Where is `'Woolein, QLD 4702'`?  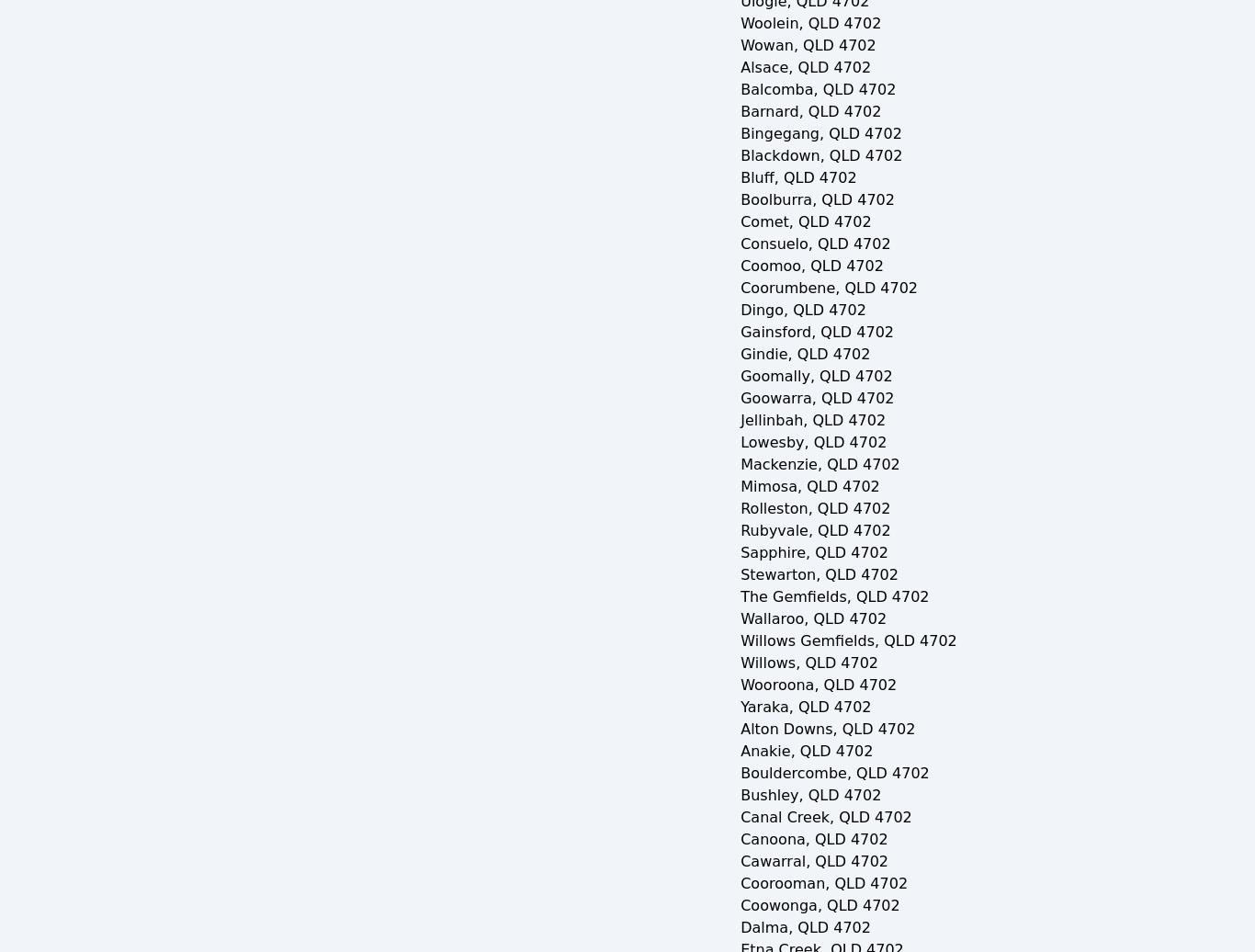 'Woolein, QLD 4702' is located at coordinates (809, 23).